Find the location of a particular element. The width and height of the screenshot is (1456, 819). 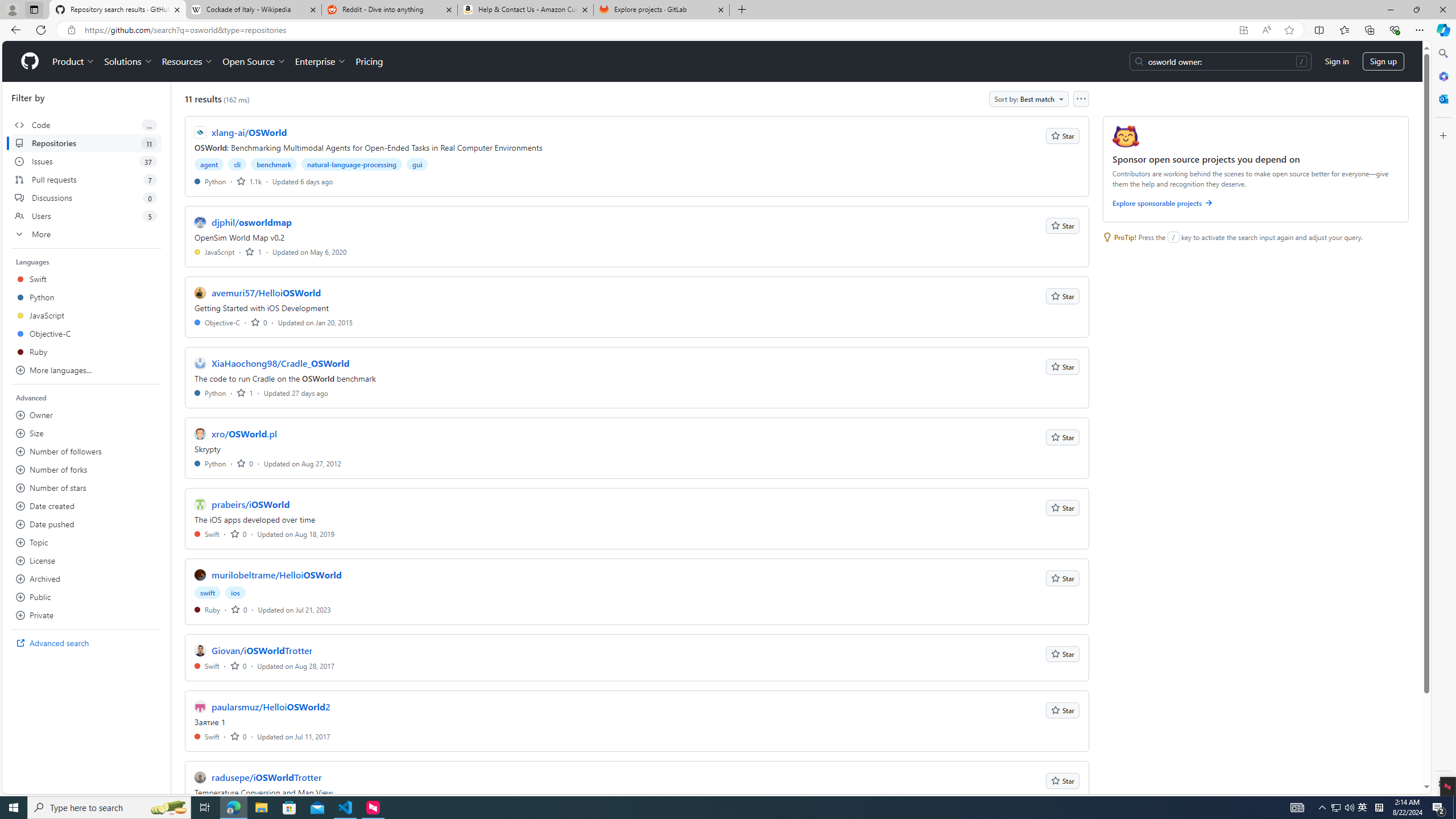

'Solutions' is located at coordinates (127, 61).